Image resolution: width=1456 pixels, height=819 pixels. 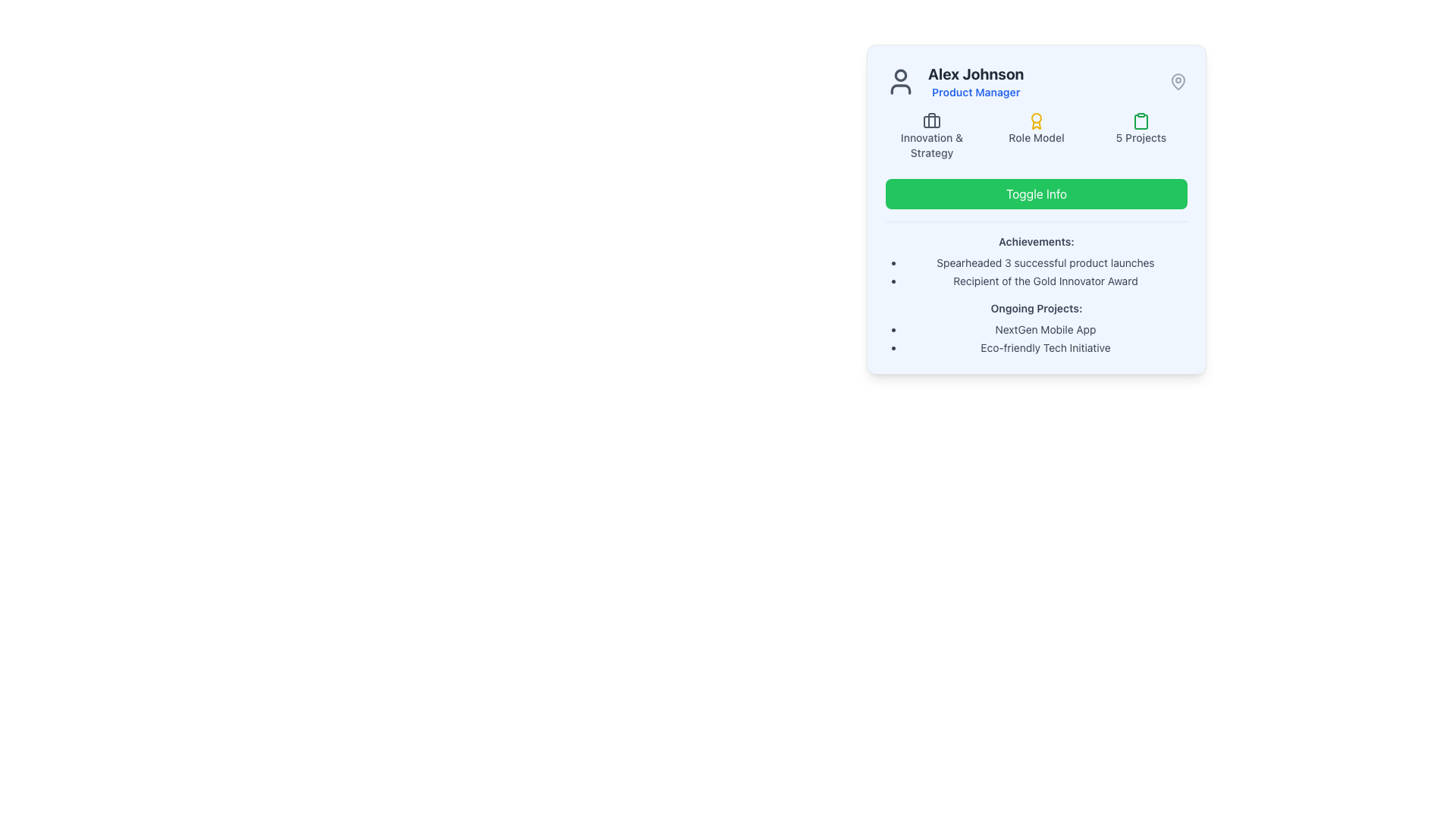 What do you see at coordinates (976, 74) in the screenshot?
I see `text content of the Text Label displaying 'Alex Johnson' which is positioned at the top of a light-blue card interface` at bounding box center [976, 74].